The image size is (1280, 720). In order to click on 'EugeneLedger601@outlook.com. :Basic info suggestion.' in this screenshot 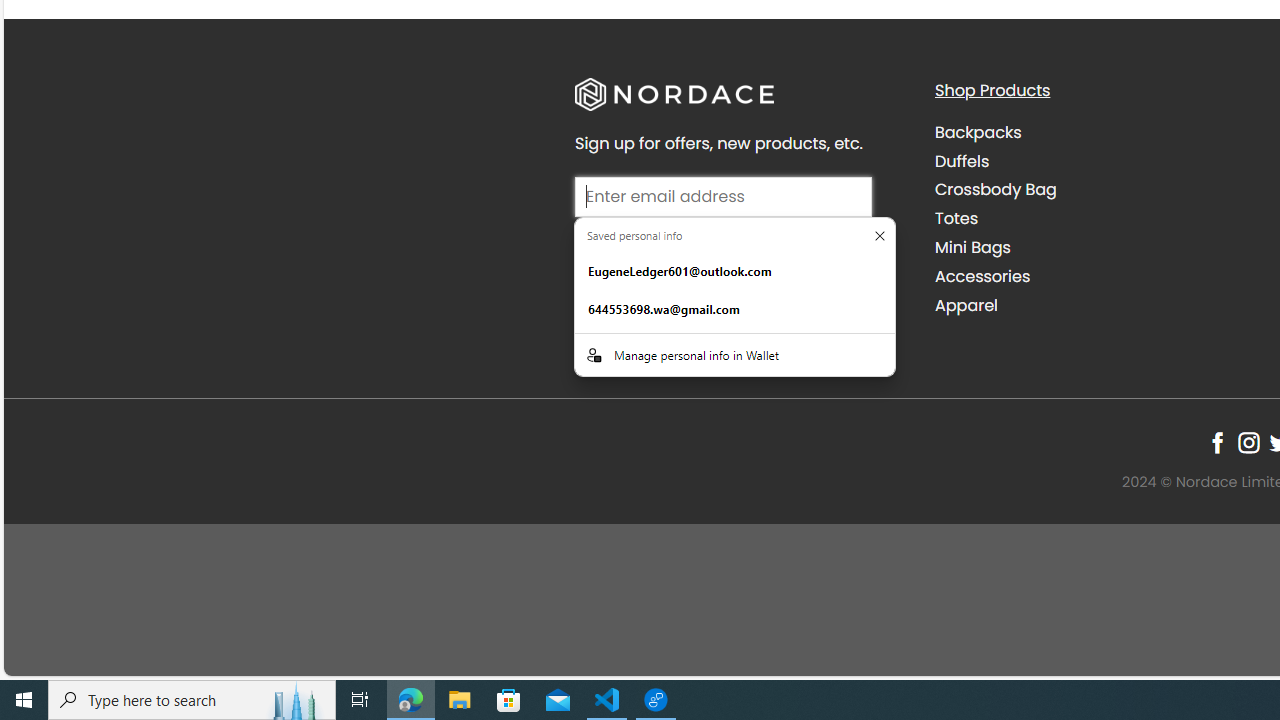, I will do `click(733, 271)`.